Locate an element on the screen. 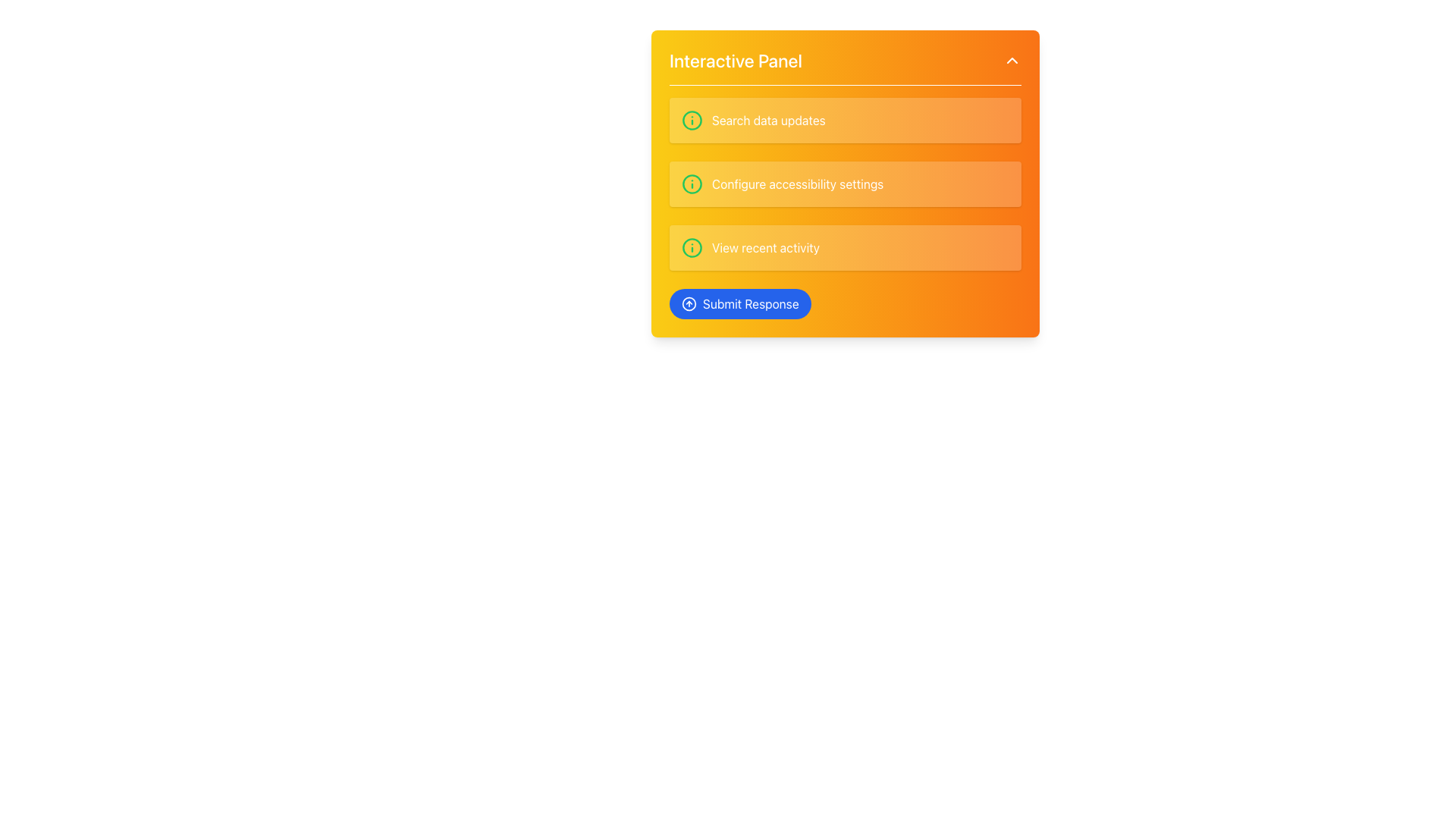 This screenshot has width=1456, height=819. the title text 'Interactive Panel' located within the header of the orange panel, which serves as the heading for the content below it is located at coordinates (736, 60).